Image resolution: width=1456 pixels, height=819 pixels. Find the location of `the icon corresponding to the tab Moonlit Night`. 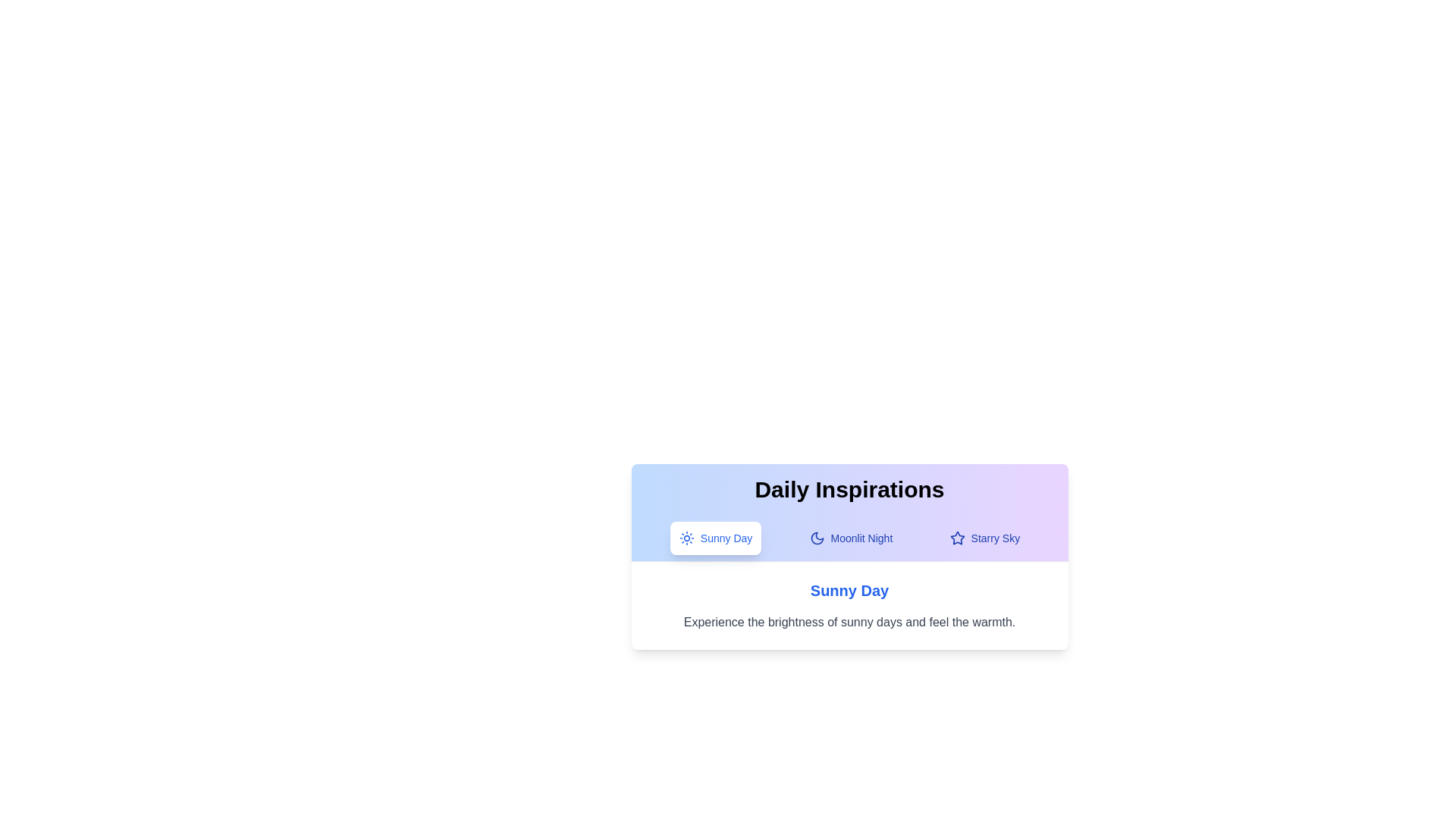

the icon corresponding to the tab Moonlit Night is located at coordinates (815, 537).